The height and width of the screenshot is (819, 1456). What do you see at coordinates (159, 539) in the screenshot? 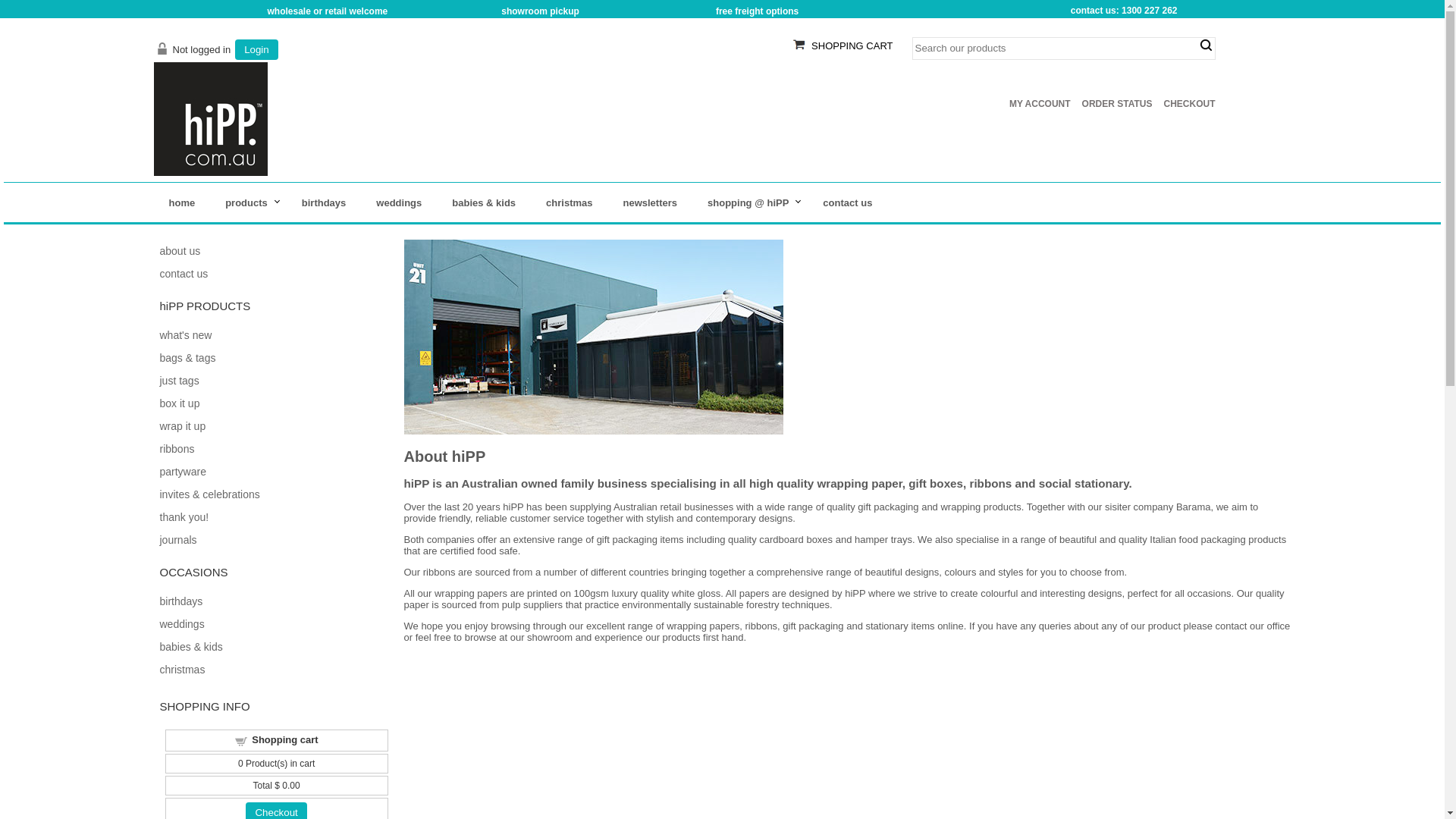
I see `'journals'` at bounding box center [159, 539].